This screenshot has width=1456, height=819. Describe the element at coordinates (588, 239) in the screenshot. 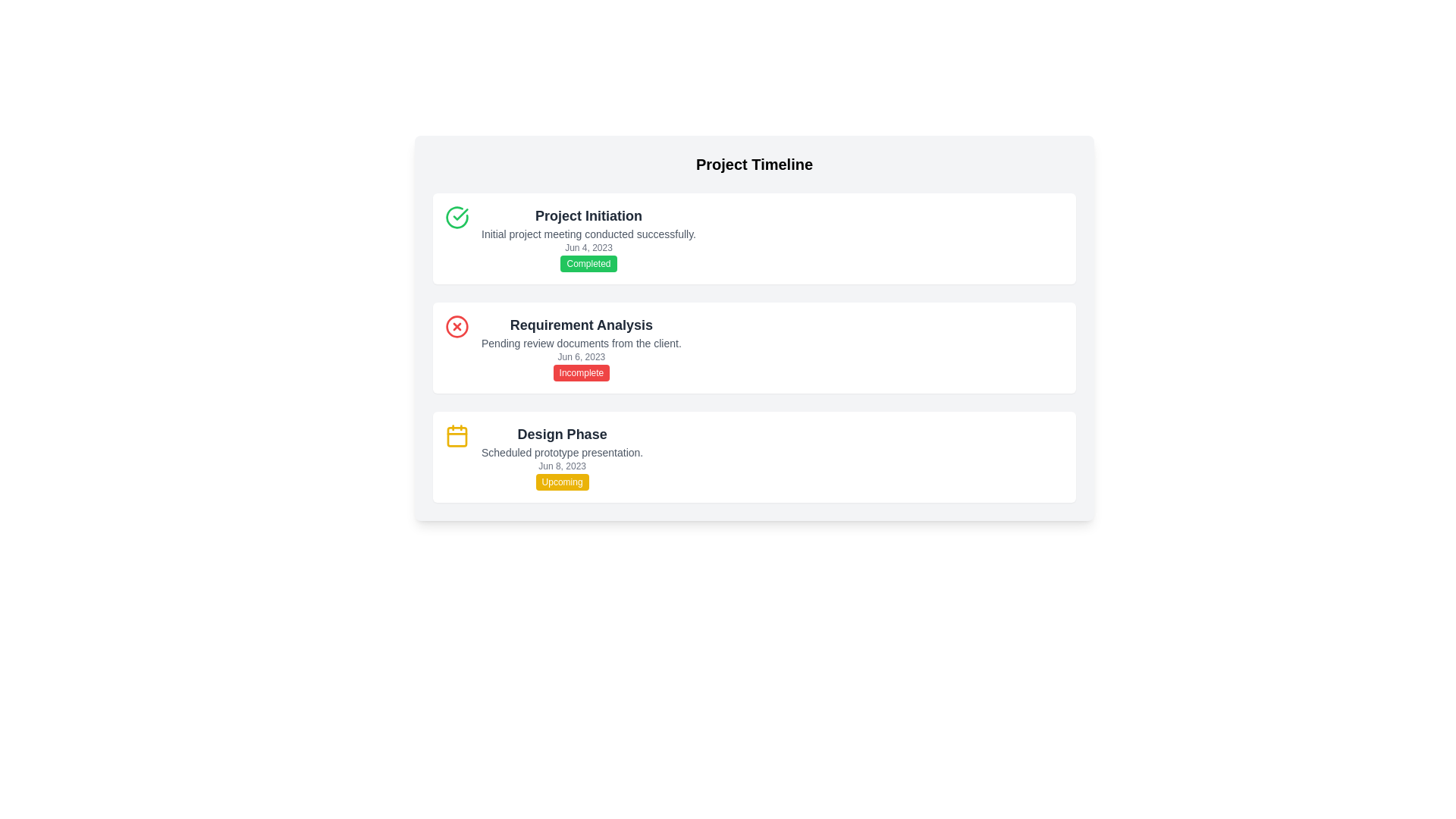

I see `the 'Project Initiation' card in the timeline to access adjacent items for additional context` at that location.